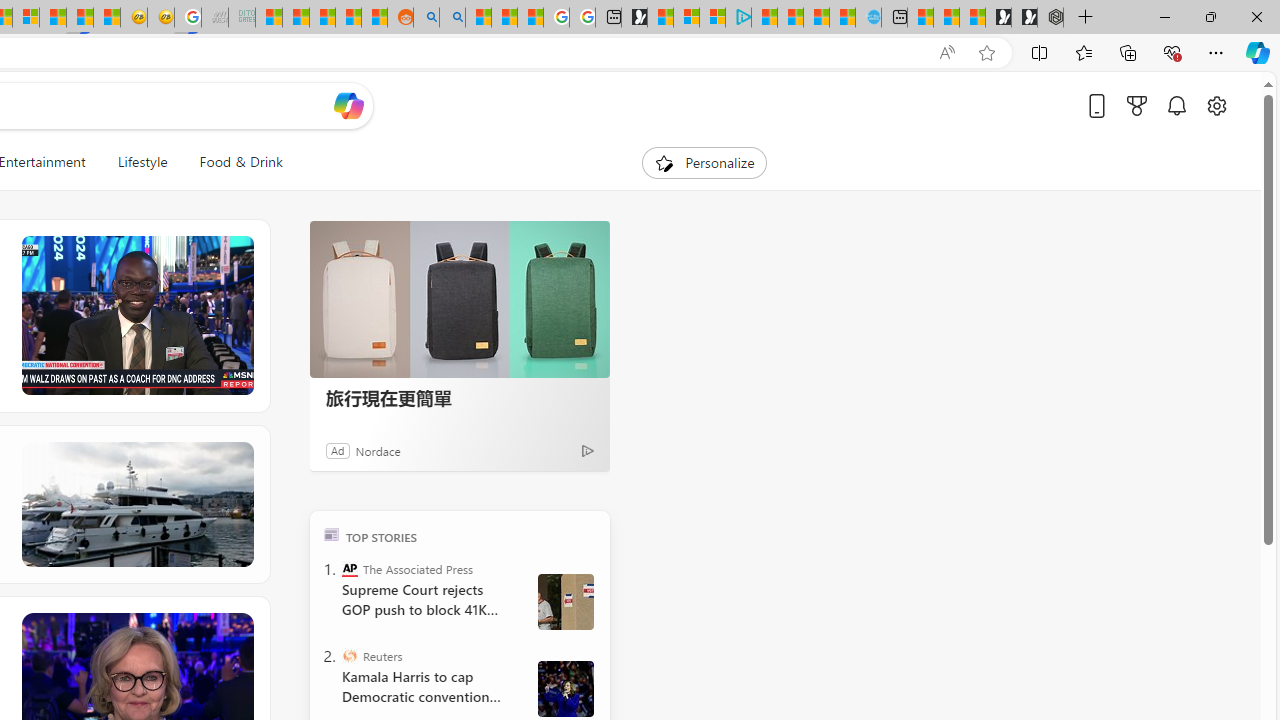 This screenshot has width=1280, height=720. Describe the element at coordinates (348, 17) in the screenshot. I see `'Student Loan Update: Forgiveness Program Ends This Month'` at that location.